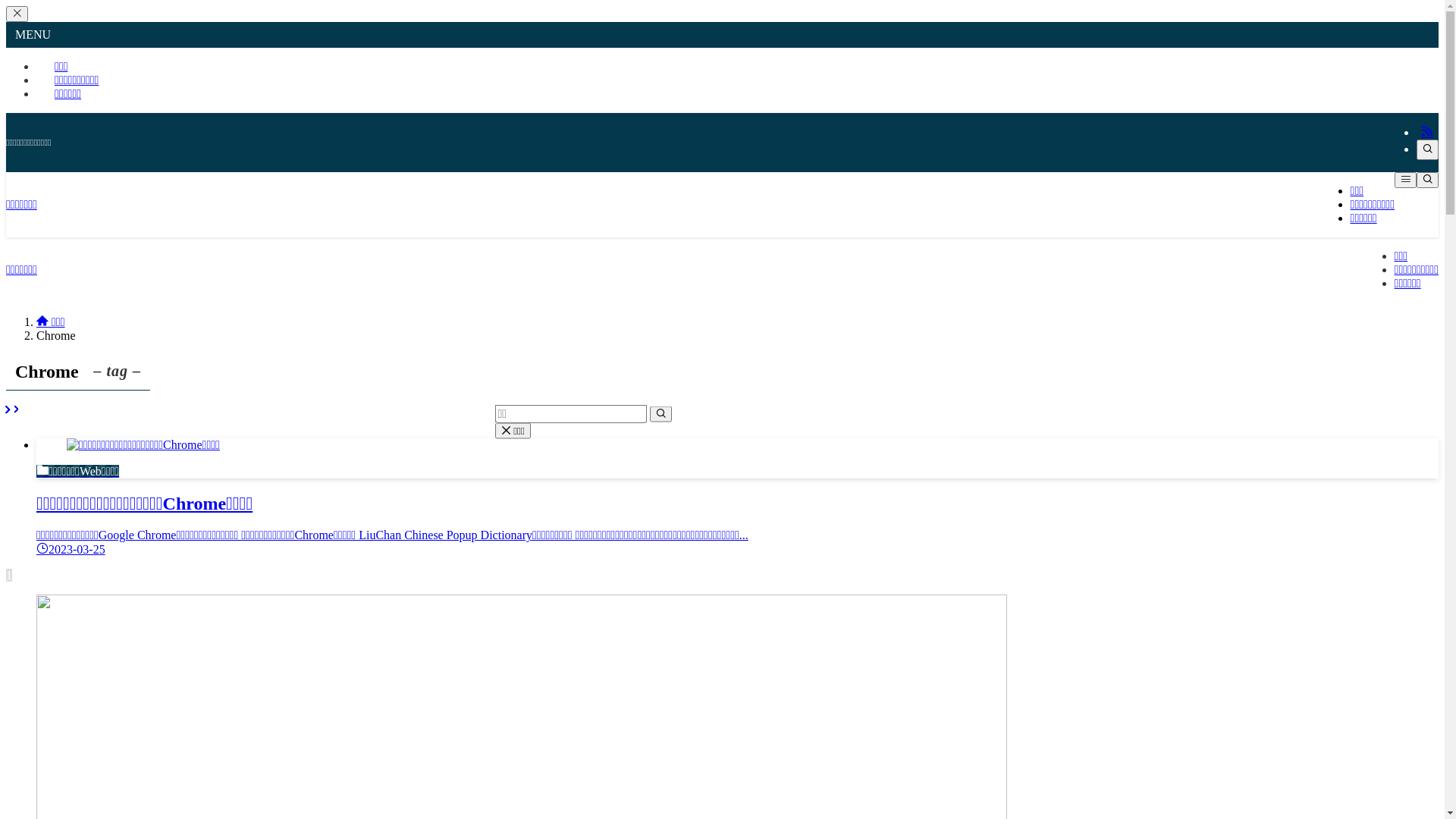  Describe the element at coordinates (648, 414) in the screenshot. I see `'search'` at that location.